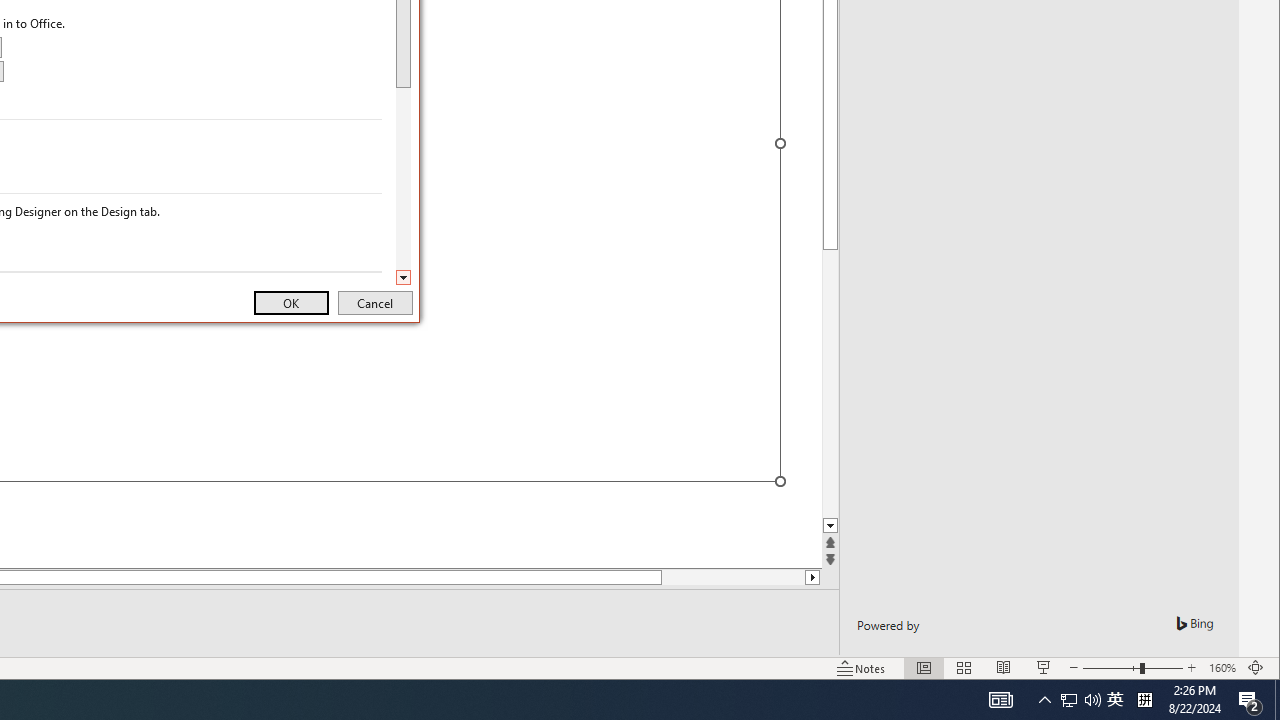 The width and height of the screenshot is (1280, 720). I want to click on 'Cancel', so click(375, 303).